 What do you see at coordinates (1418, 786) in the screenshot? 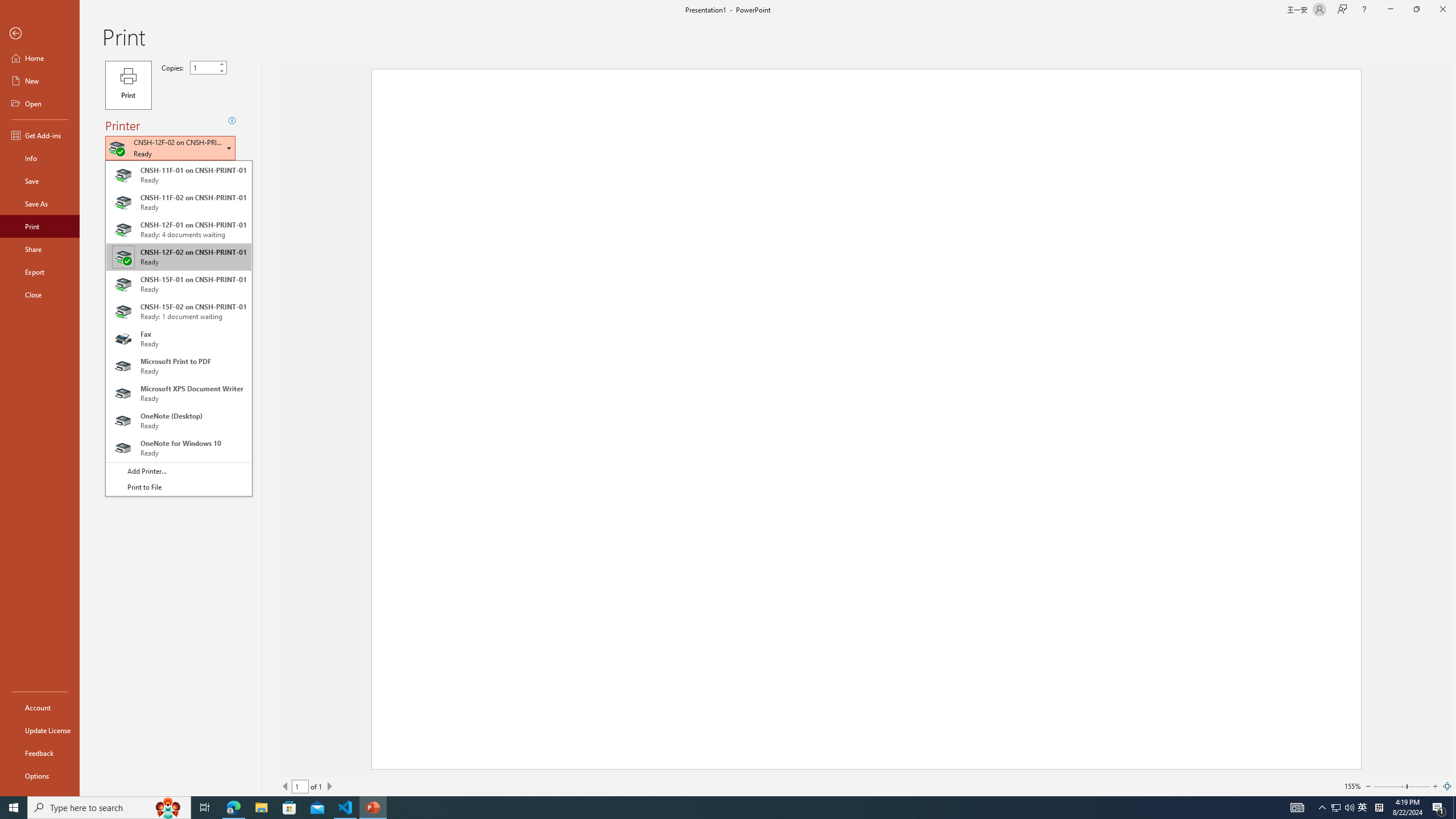
I see `'Page right'` at bounding box center [1418, 786].